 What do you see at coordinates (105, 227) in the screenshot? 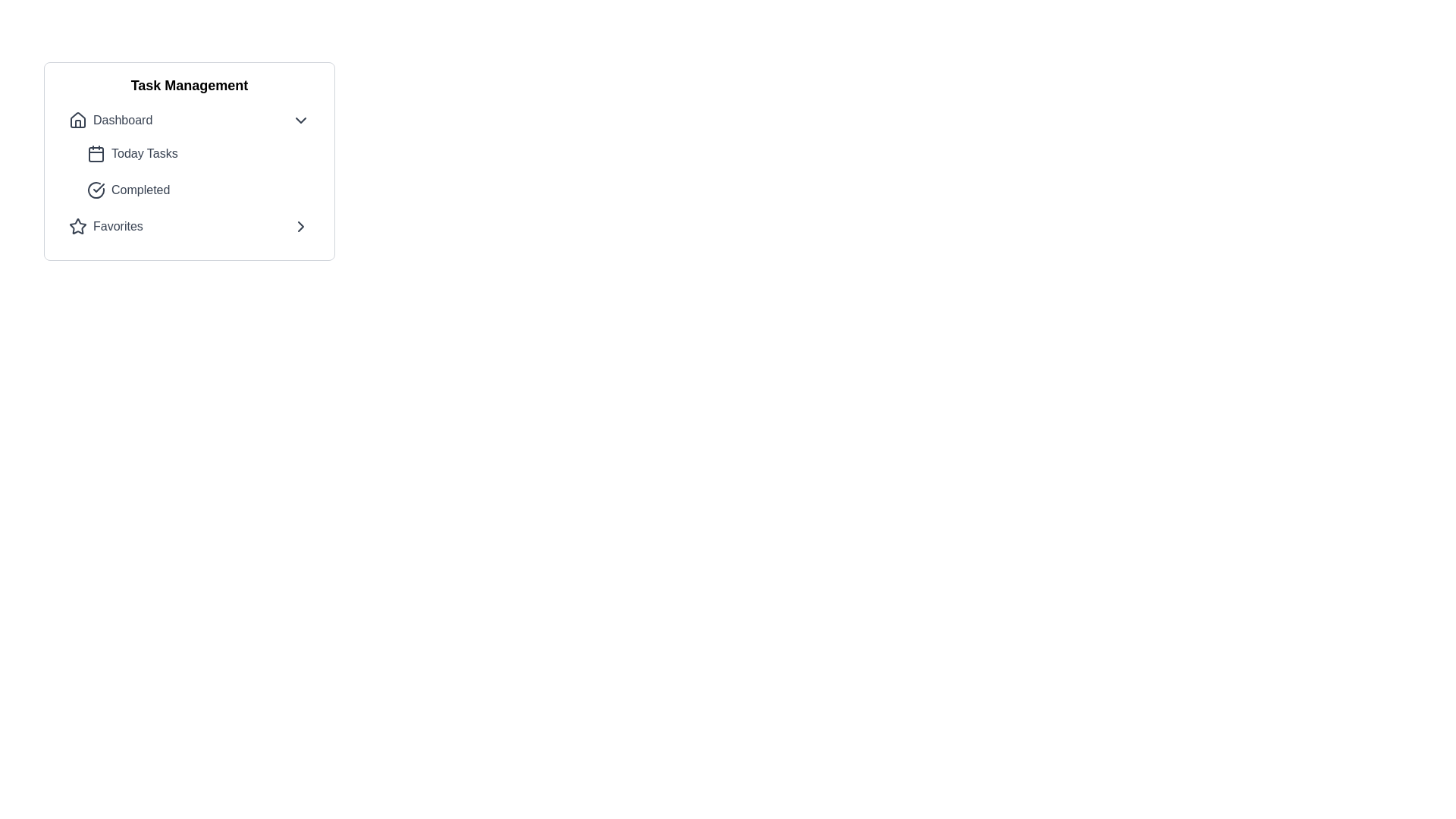
I see `the fourth item in the 'Task Management' section of the navigation menu, which is related to 'Favorites'` at bounding box center [105, 227].